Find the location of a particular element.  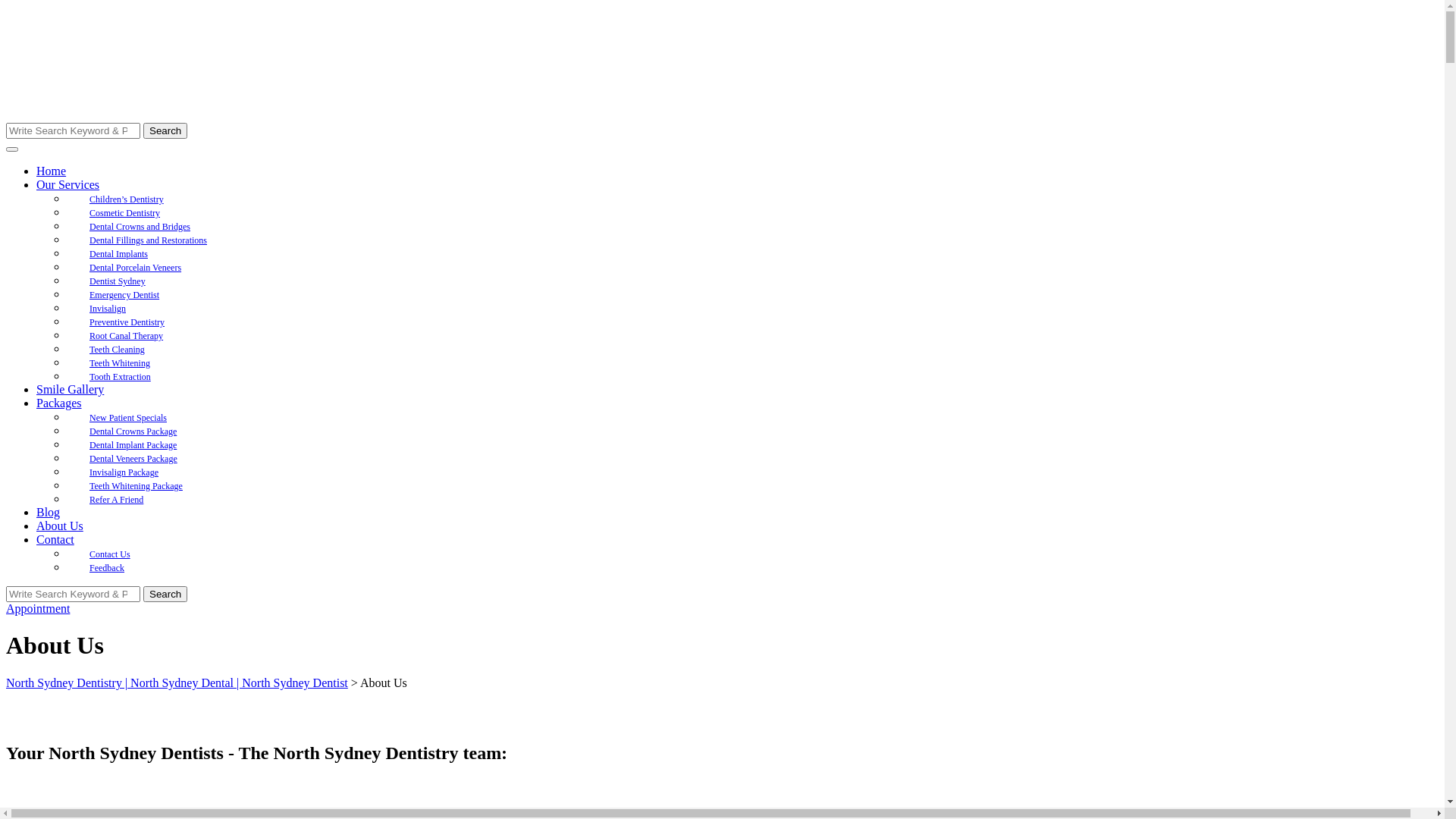

'Tooth Extraction' is located at coordinates (119, 376).